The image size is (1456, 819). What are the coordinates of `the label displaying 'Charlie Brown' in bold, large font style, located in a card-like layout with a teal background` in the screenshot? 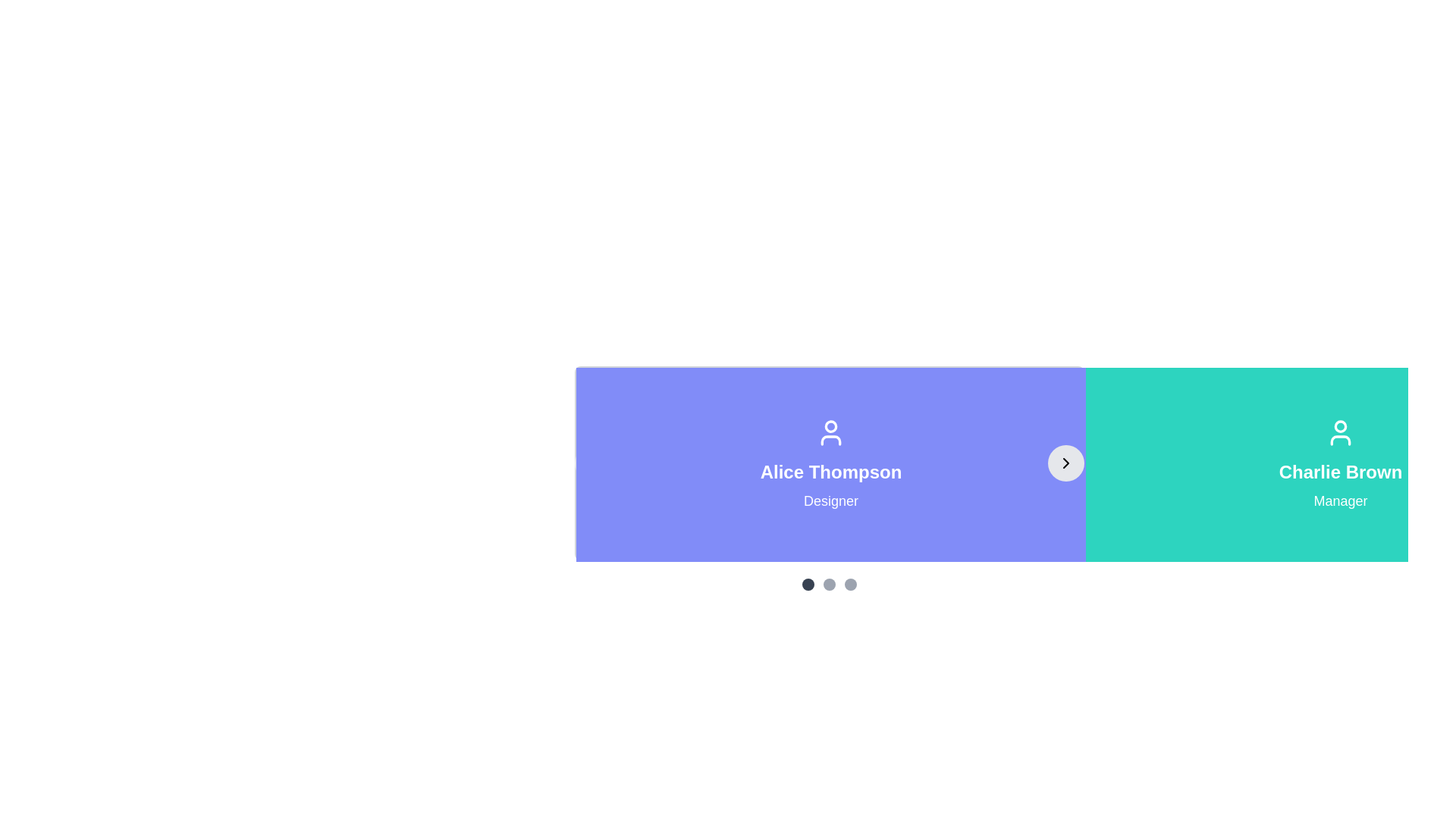 It's located at (1340, 472).